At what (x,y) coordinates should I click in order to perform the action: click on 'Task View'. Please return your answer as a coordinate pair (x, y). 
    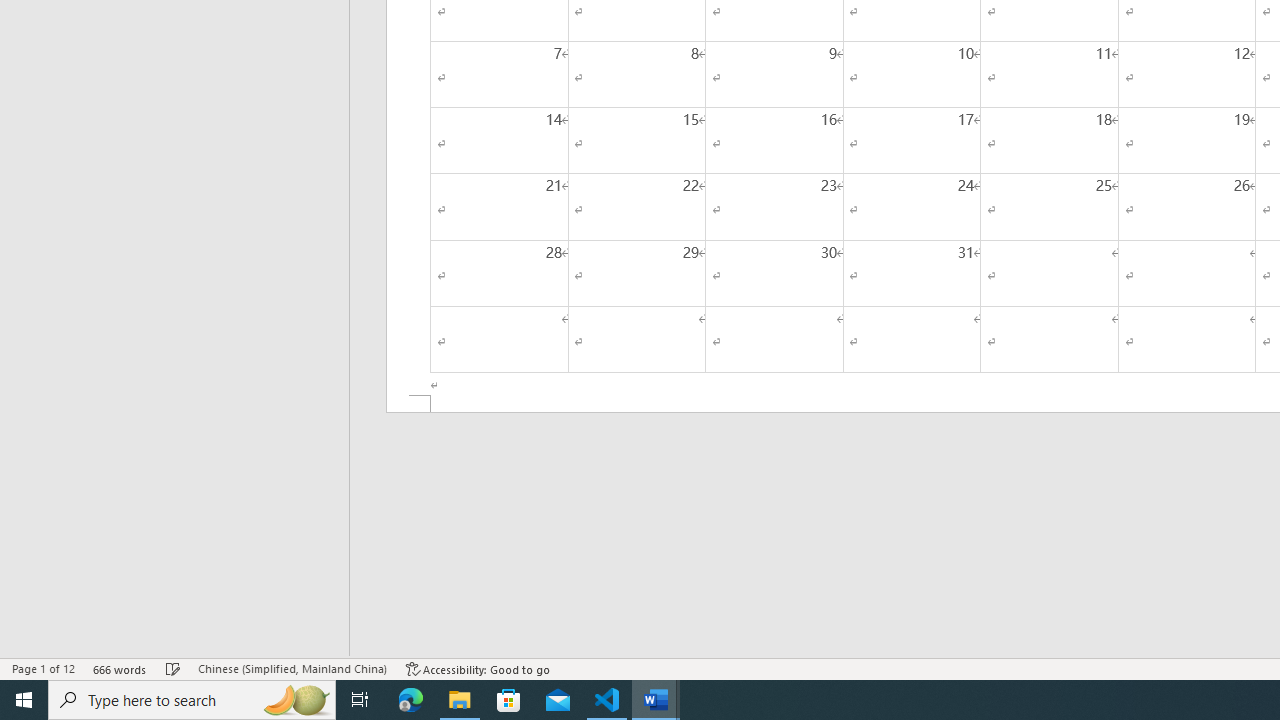
    Looking at the image, I should click on (359, 698).